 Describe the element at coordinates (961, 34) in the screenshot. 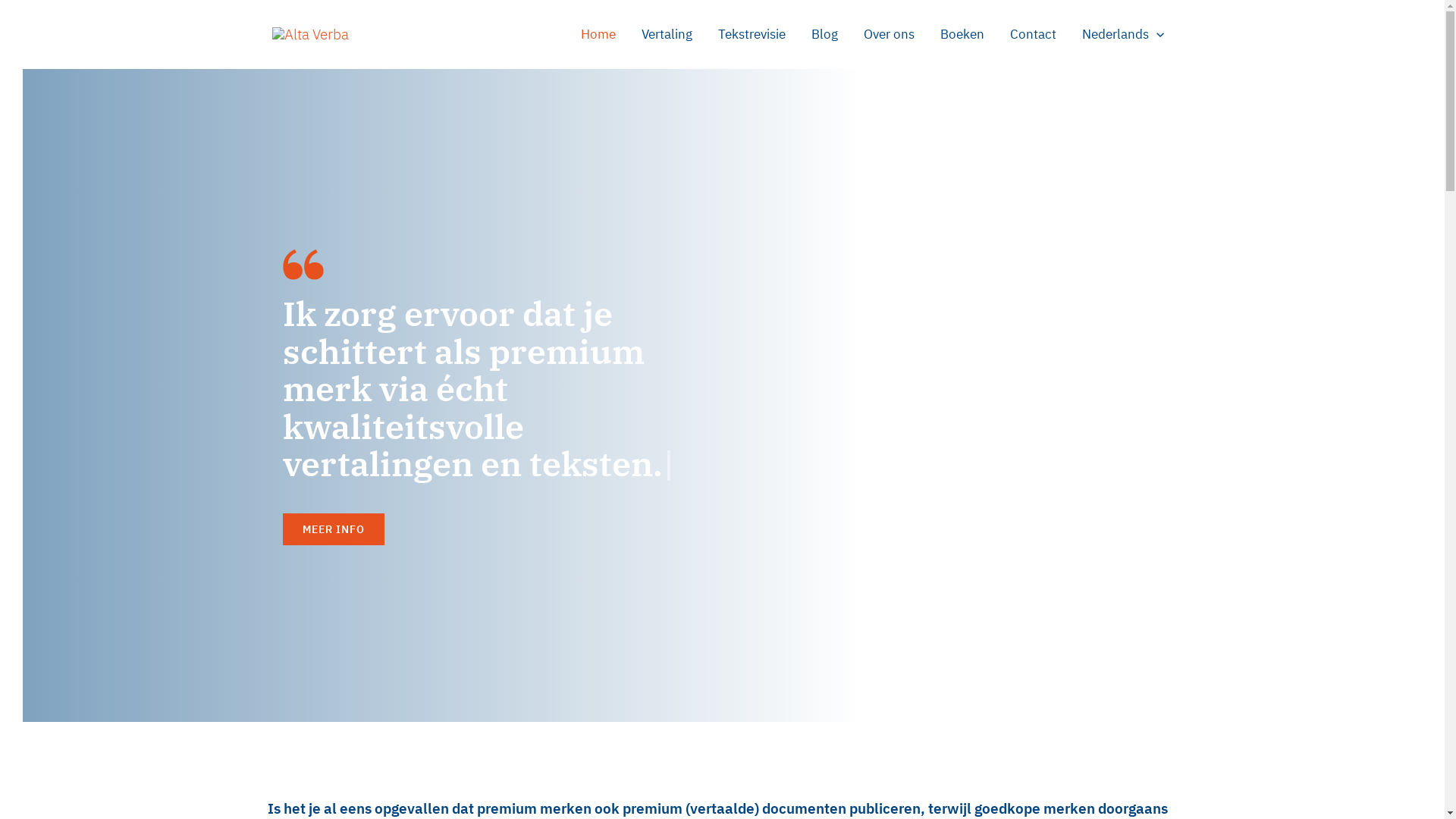

I see `'Boeken'` at that location.